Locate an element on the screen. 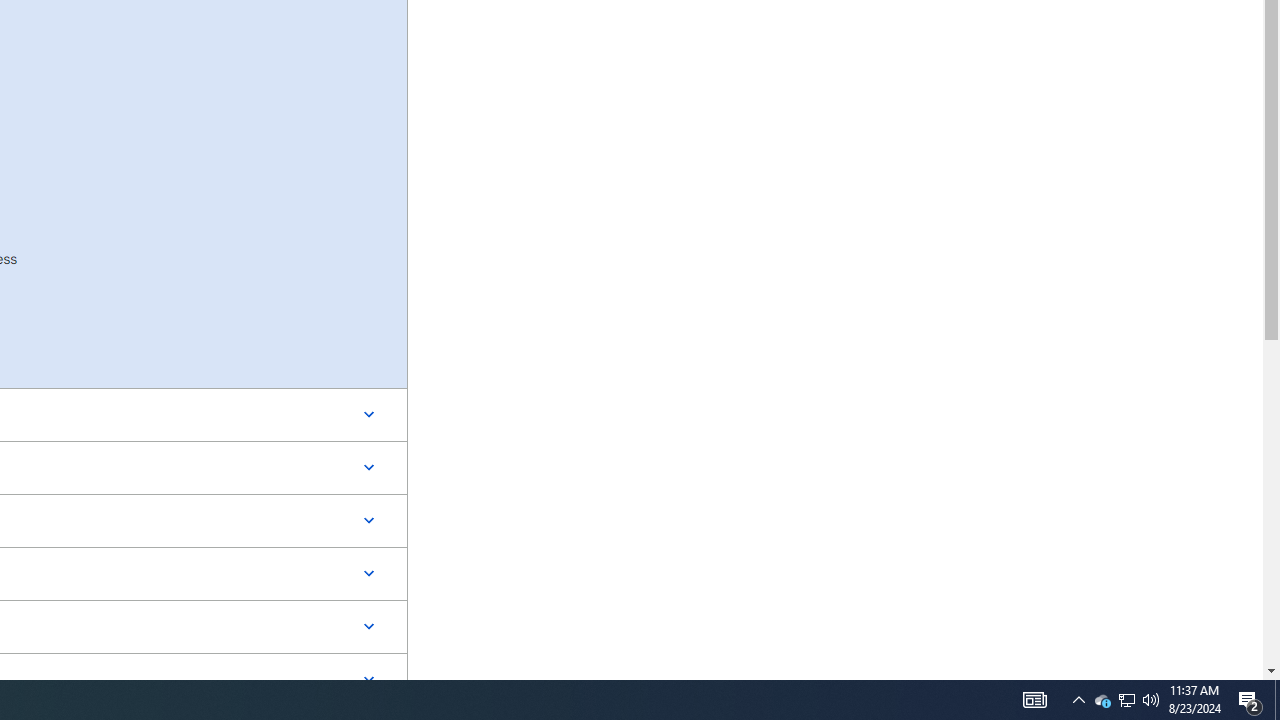 The height and width of the screenshot is (720, 1280). 'Show desktop' is located at coordinates (1276, 698).